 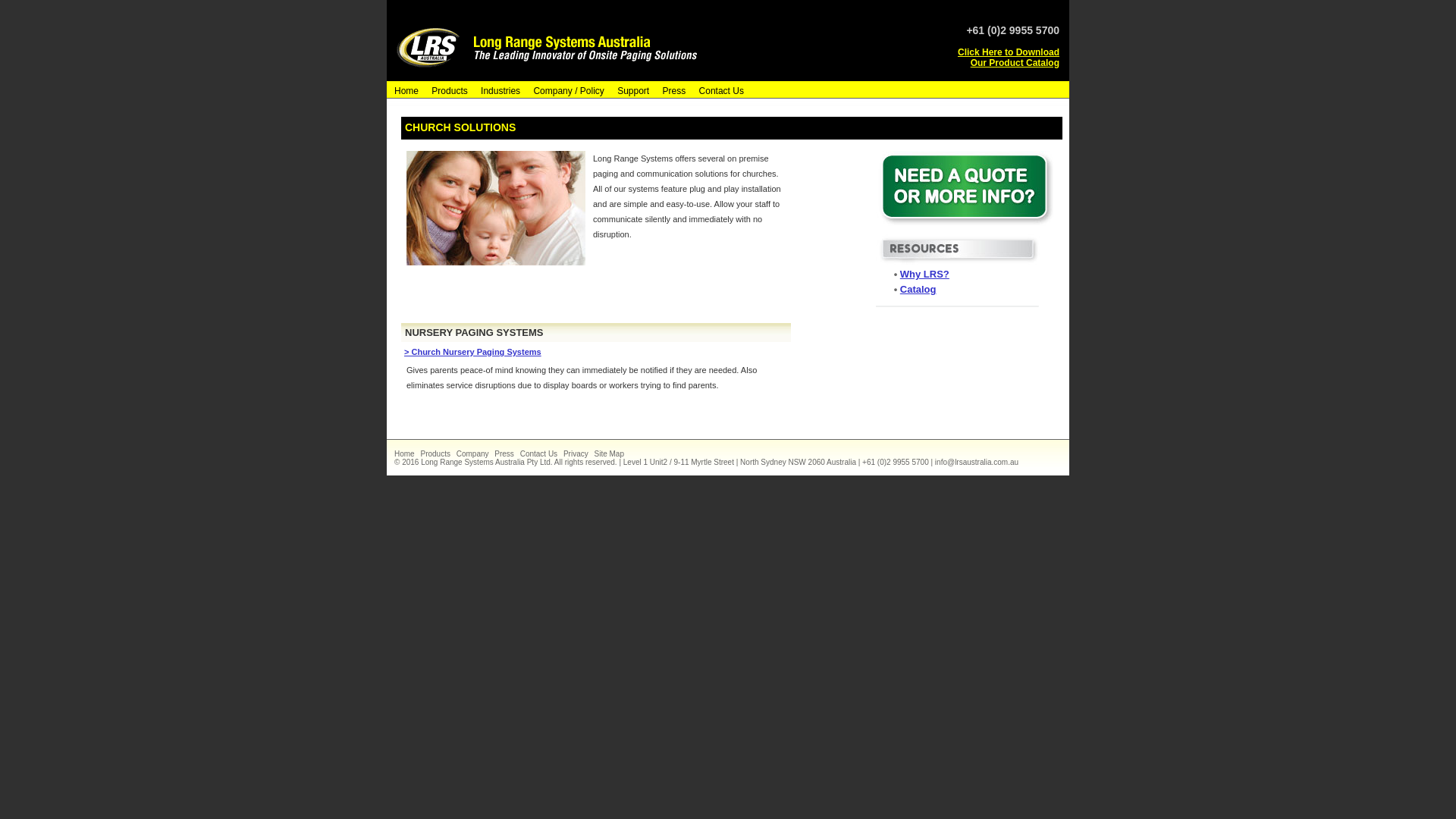 What do you see at coordinates (565, 90) in the screenshot?
I see `'Company / Policy'` at bounding box center [565, 90].